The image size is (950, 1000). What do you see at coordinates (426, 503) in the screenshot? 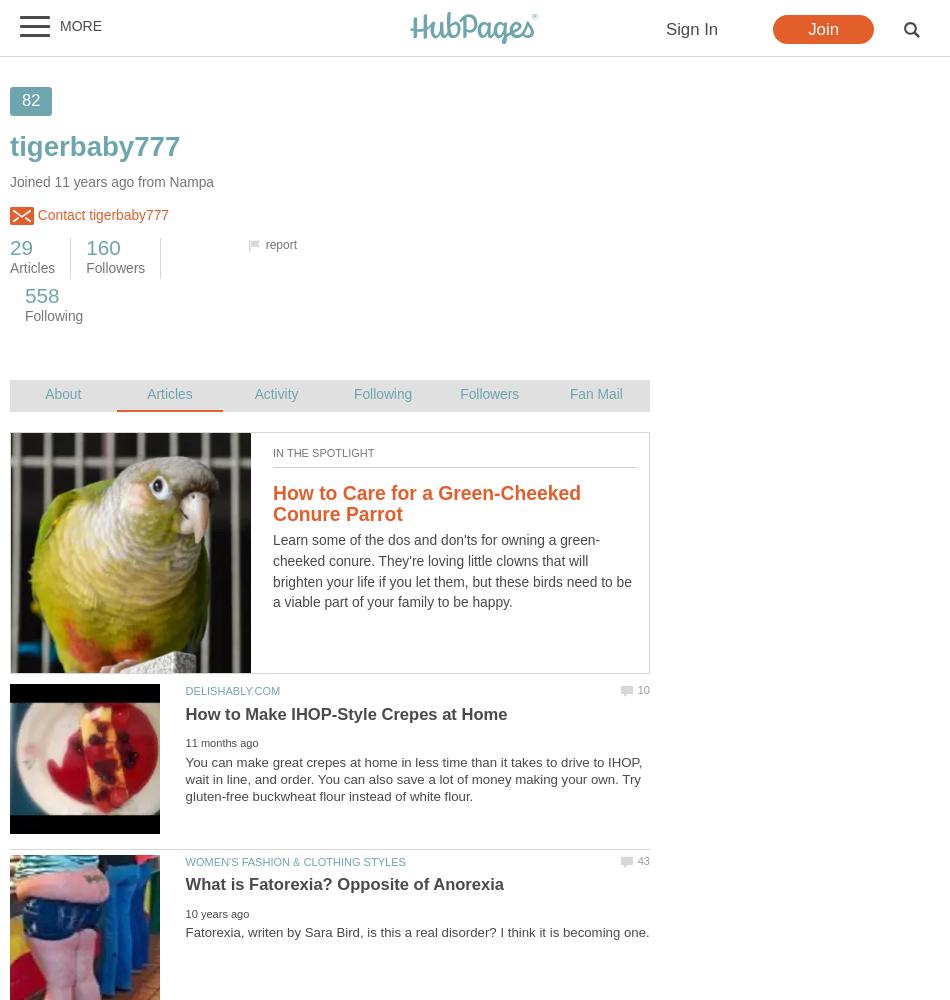
I see `'How to Care for a Green-Cheeked Conure Parrot'` at bounding box center [426, 503].